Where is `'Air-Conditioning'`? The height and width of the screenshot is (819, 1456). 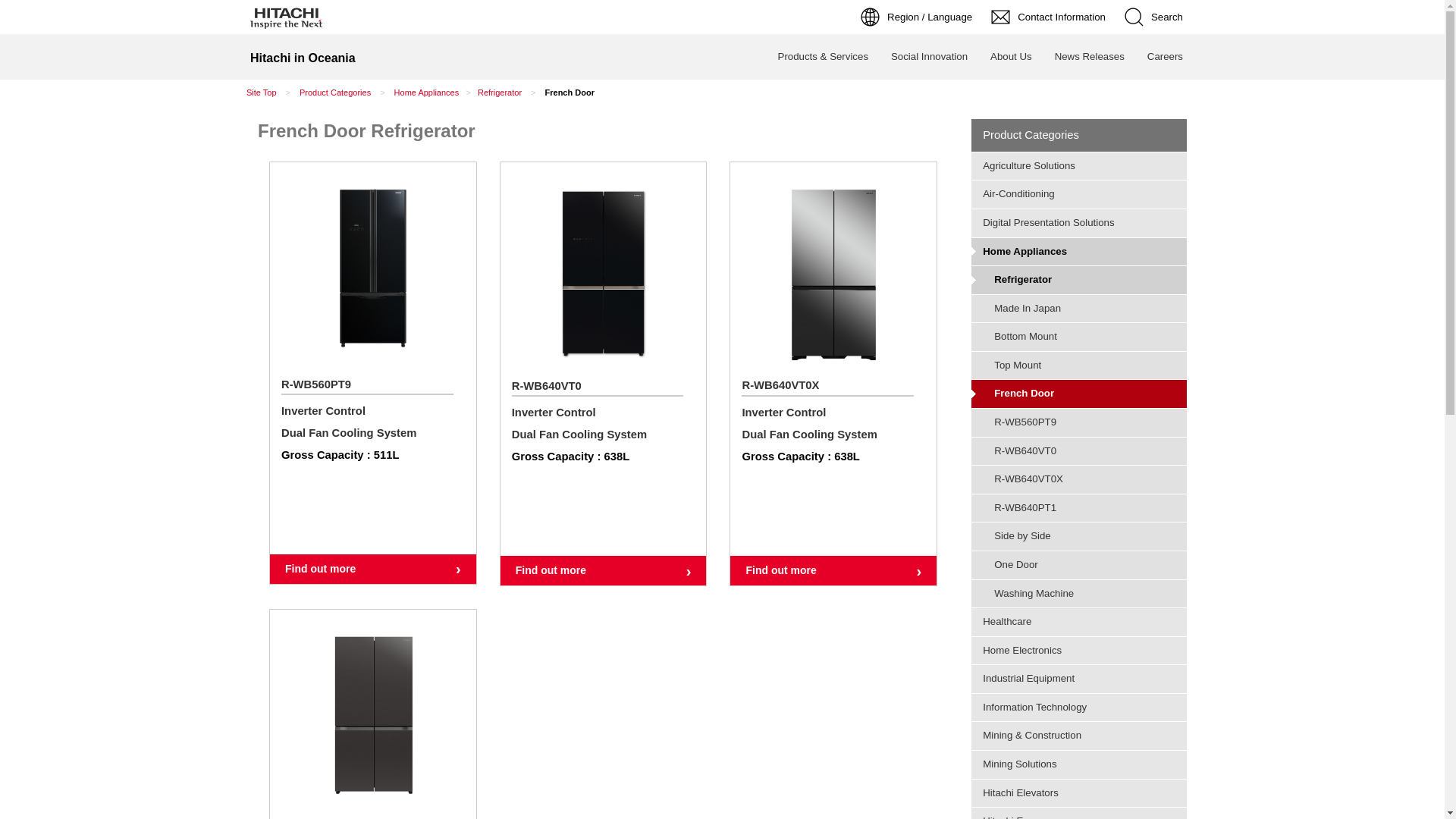
'Air-Conditioning' is located at coordinates (1078, 193).